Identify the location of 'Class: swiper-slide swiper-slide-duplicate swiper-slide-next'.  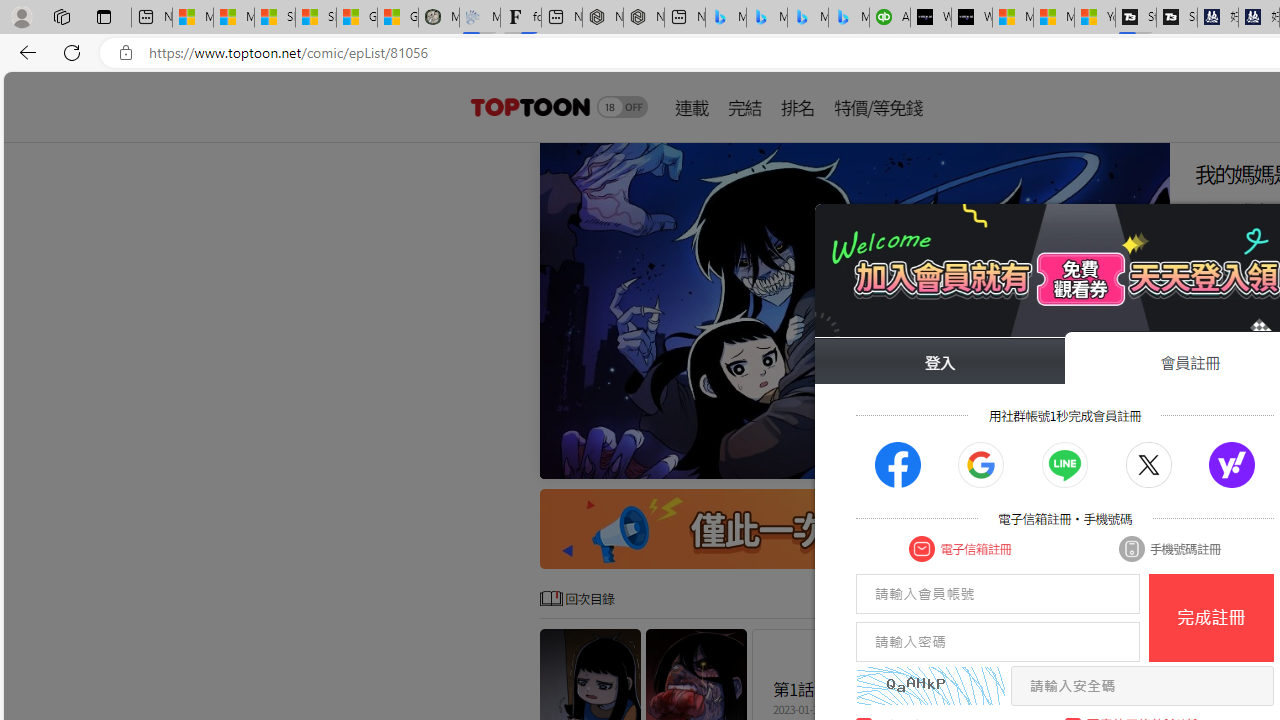
(855, 311).